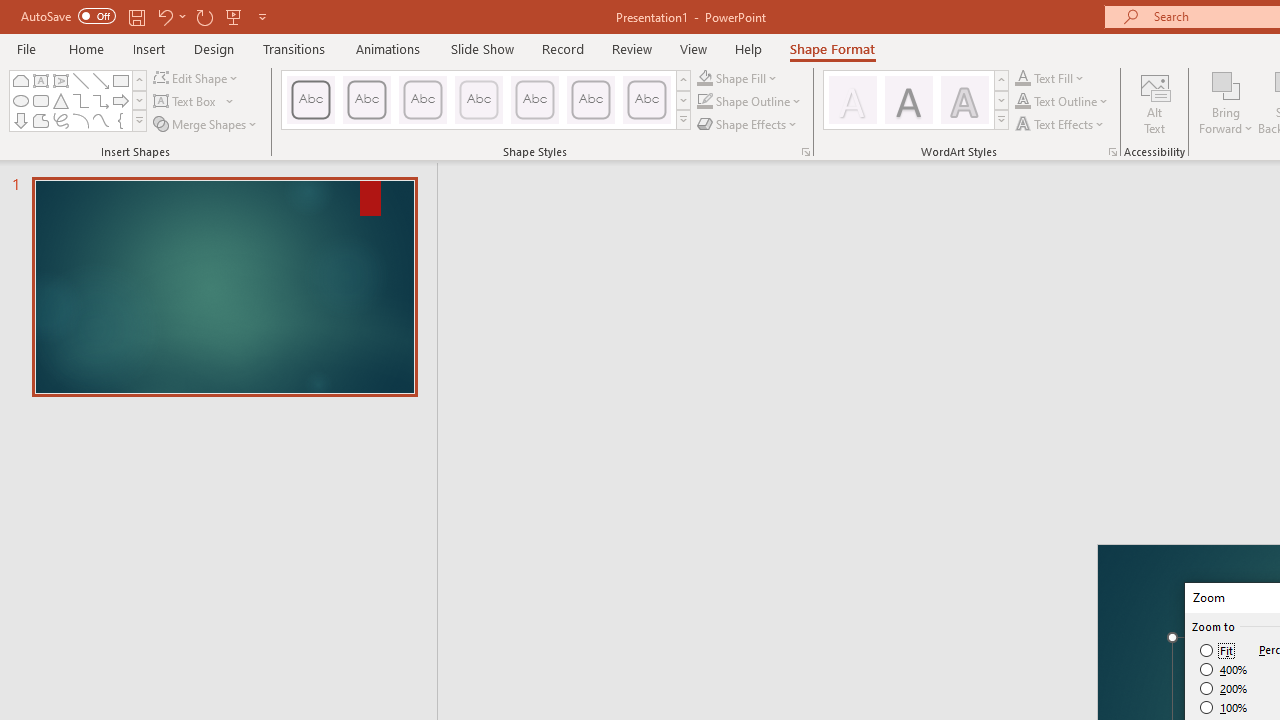  What do you see at coordinates (186, 101) in the screenshot?
I see `'Draw Horizontal Text Box'` at bounding box center [186, 101].